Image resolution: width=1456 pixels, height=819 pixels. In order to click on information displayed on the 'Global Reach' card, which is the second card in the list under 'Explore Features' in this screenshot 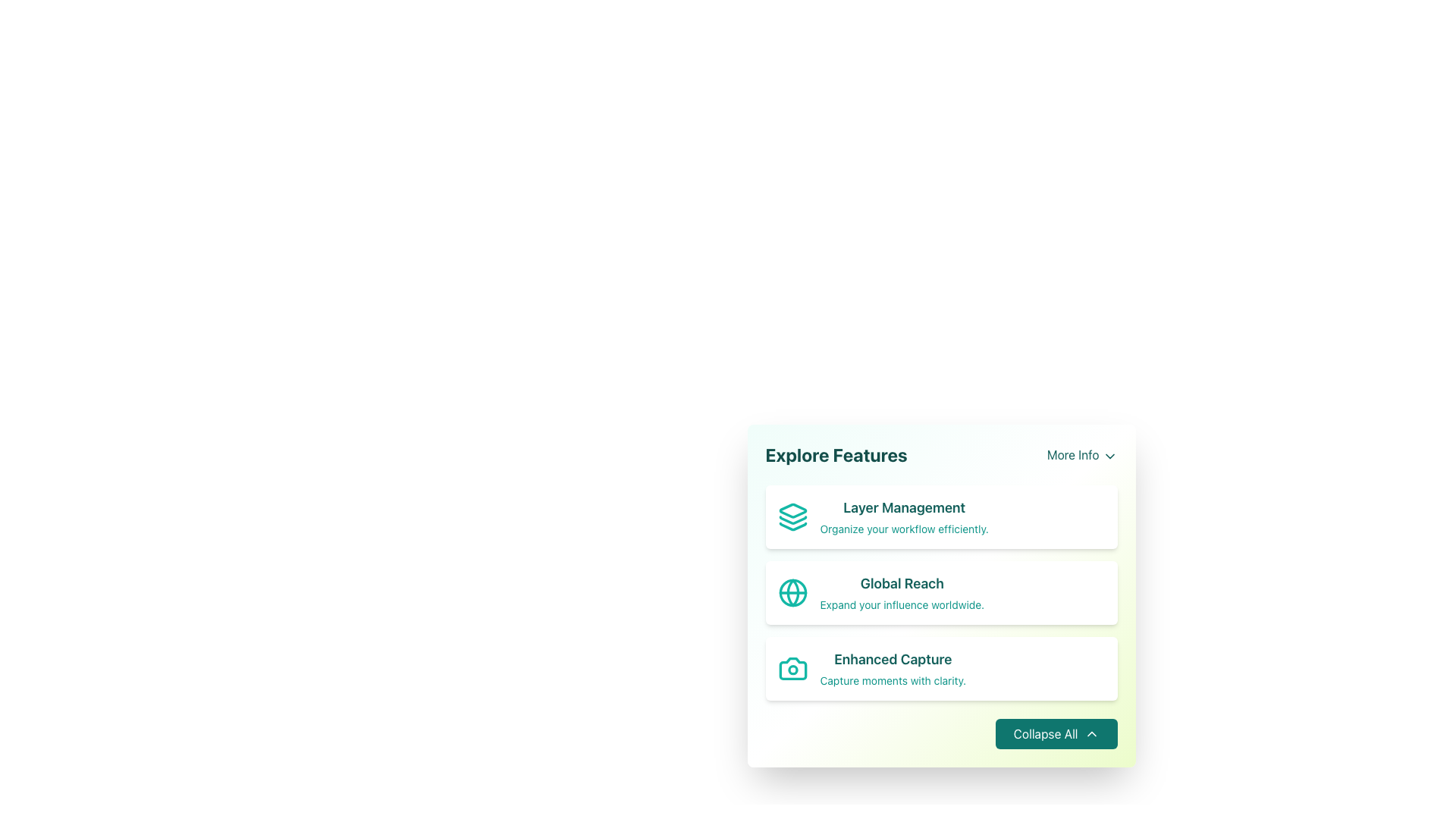, I will do `click(940, 592)`.